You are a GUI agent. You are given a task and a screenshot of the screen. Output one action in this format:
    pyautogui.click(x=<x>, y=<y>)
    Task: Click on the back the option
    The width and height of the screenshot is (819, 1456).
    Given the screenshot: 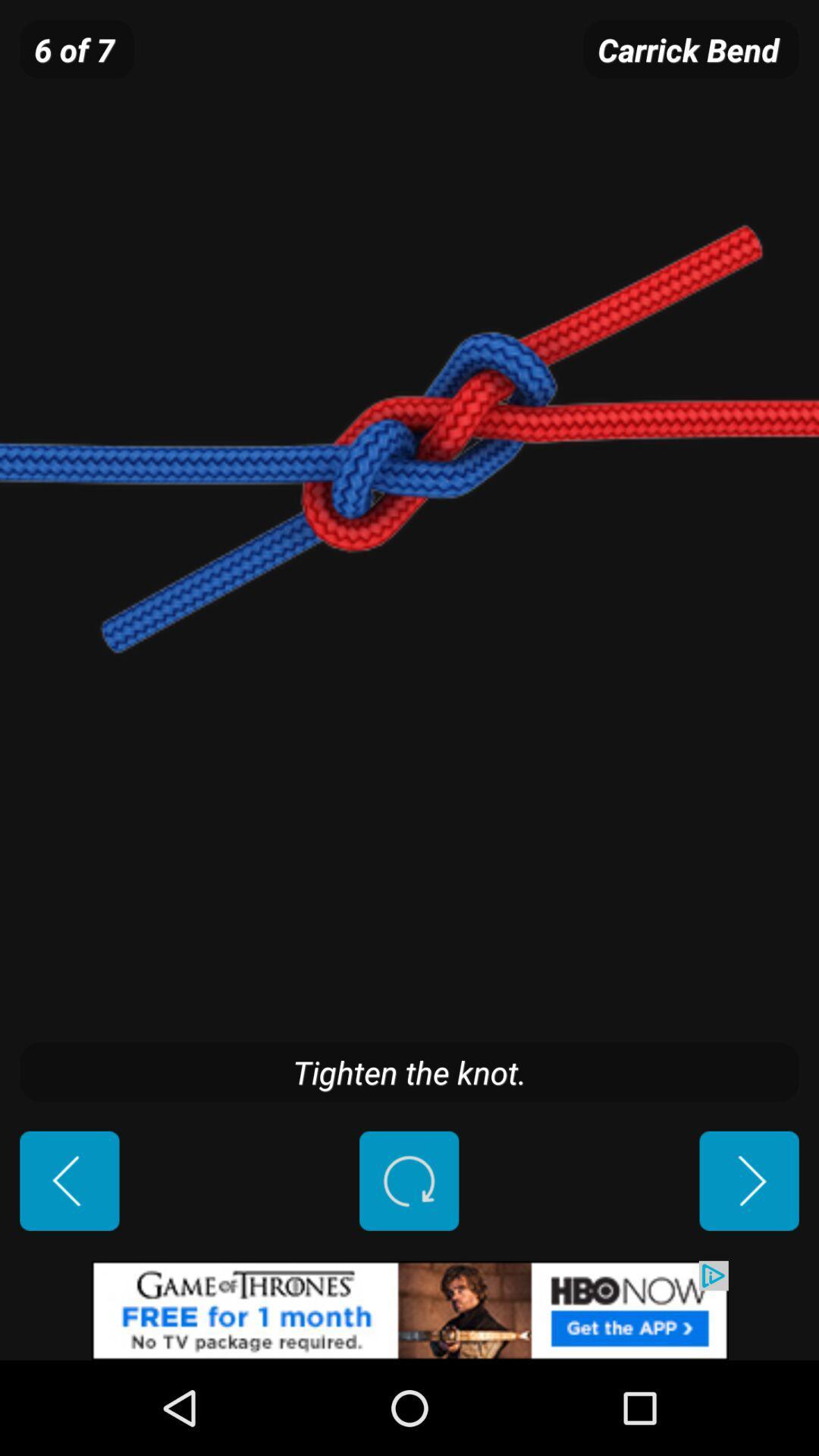 What is the action you would take?
    pyautogui.click(x=69, y=1180)
    